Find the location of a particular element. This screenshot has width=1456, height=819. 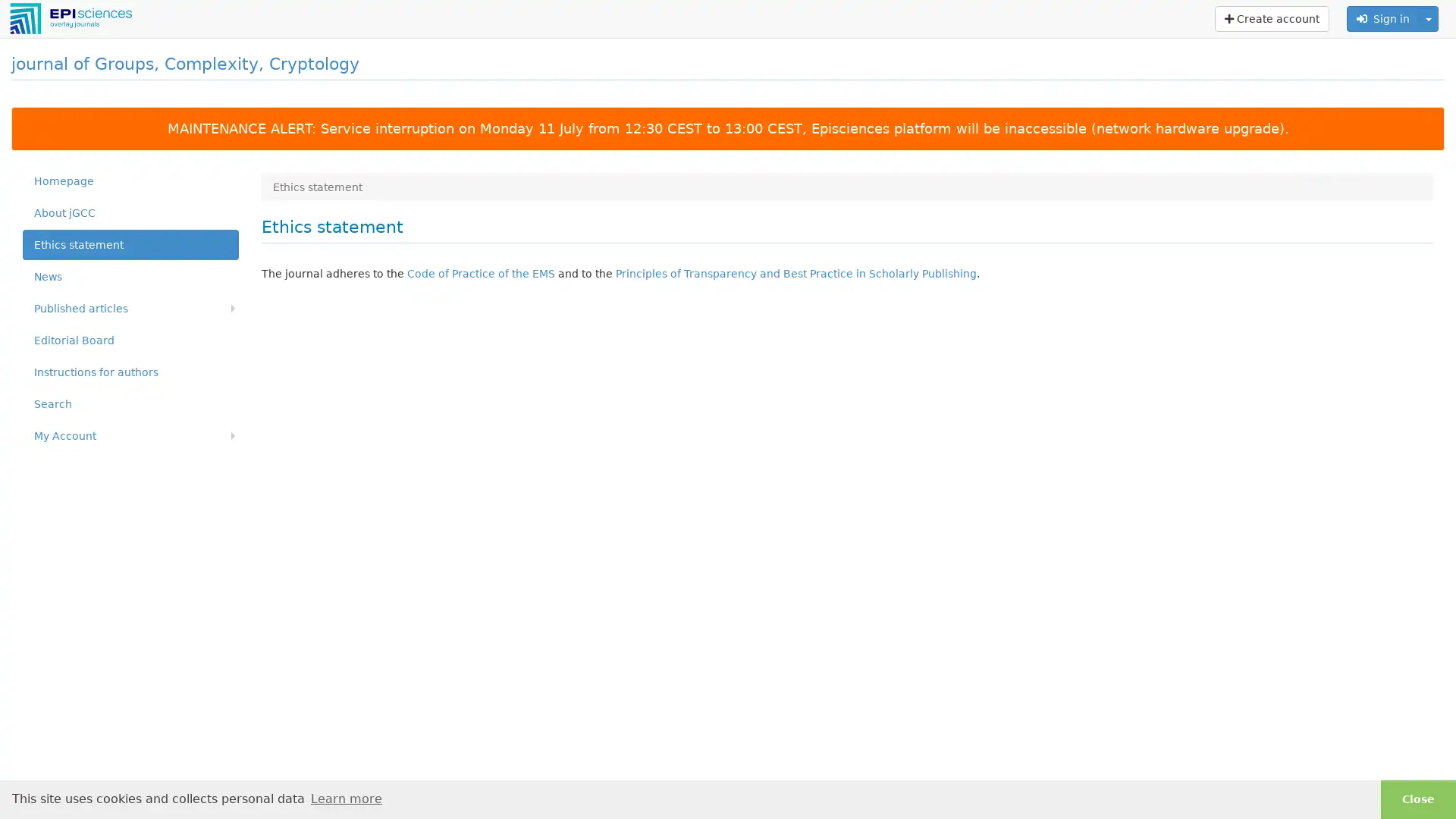

Sign in is located at coordinates (1383, 18).